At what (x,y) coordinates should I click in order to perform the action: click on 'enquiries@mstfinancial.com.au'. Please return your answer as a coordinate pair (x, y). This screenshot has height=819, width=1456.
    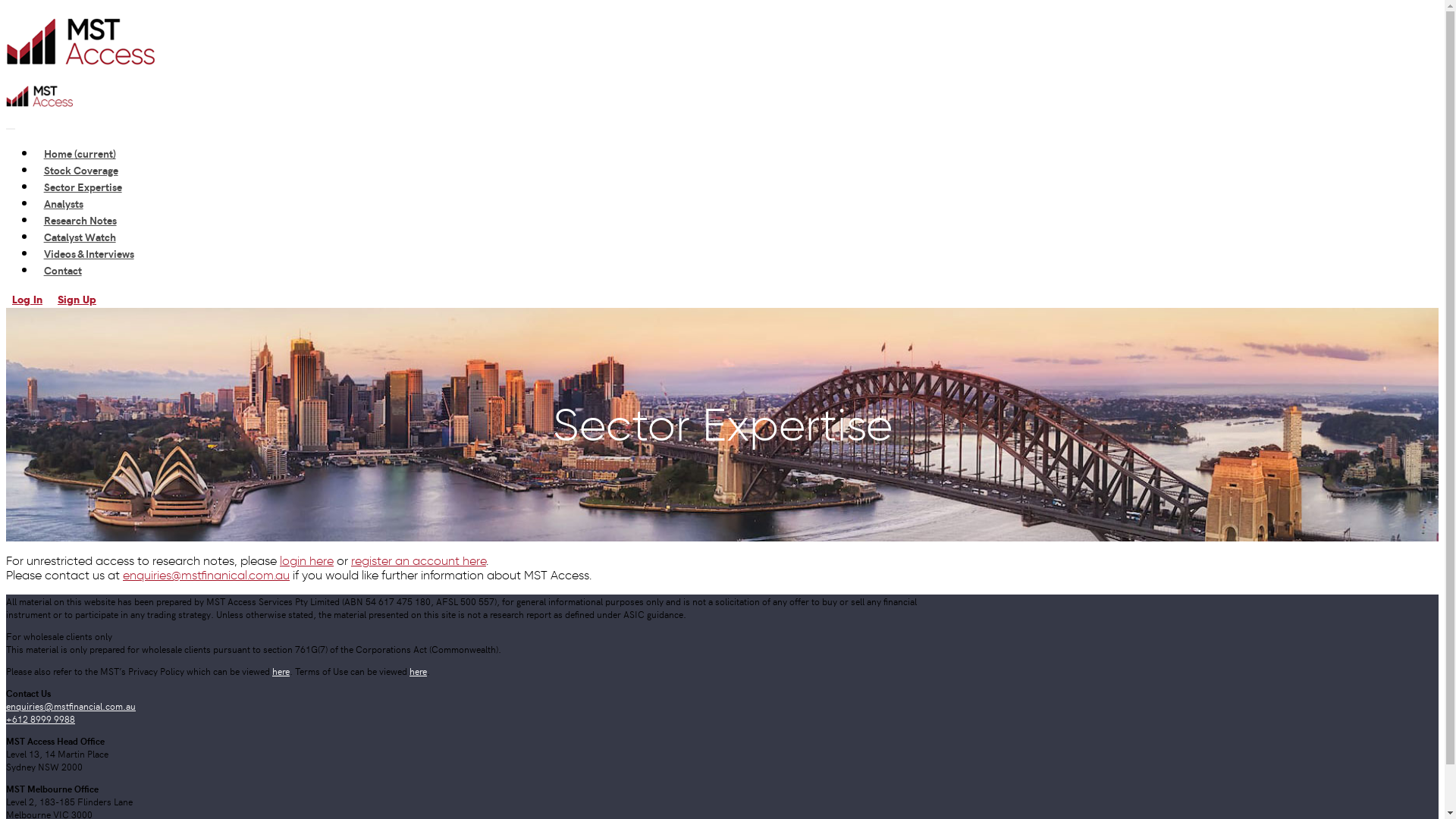
    Looking at the image, I should click on (70, 705).